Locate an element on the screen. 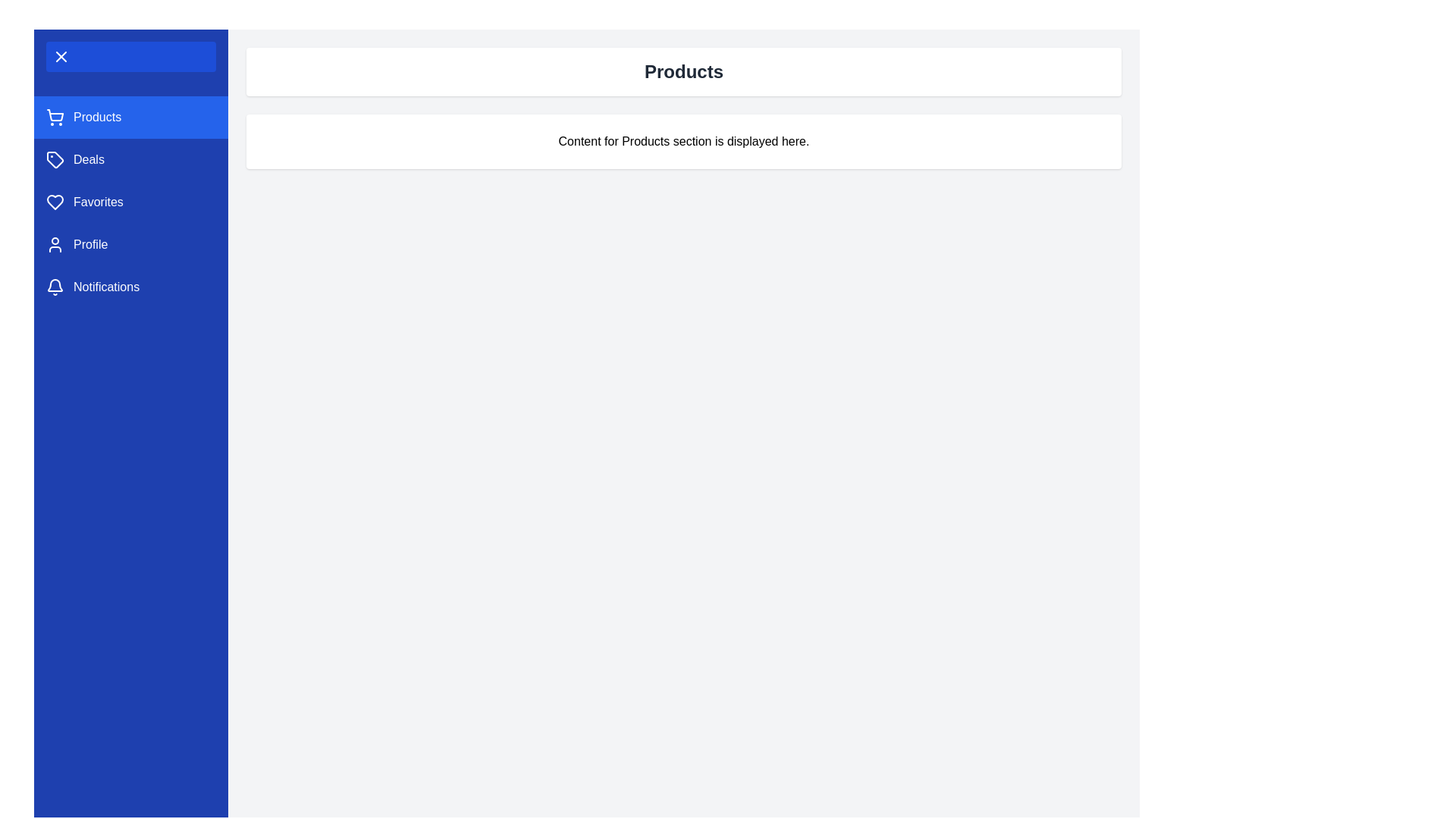  text in the header section that contains the bolded word 'Products', which is located at the top of the main content area, centered horizontally and vertically is located at coordinates (683, 72).